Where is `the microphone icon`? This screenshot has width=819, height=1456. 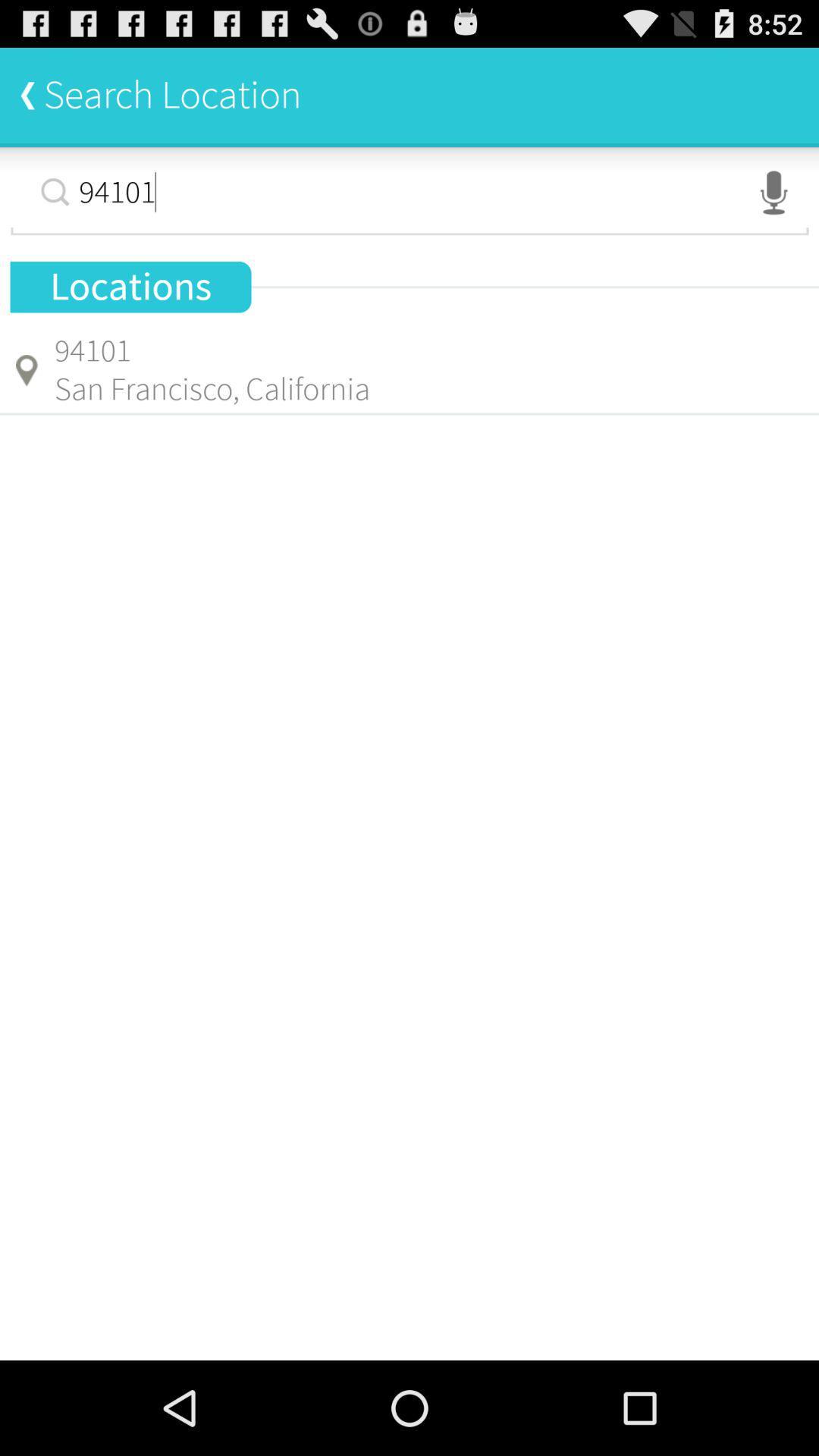
the microphone icon is located at coordinates (773, 205).